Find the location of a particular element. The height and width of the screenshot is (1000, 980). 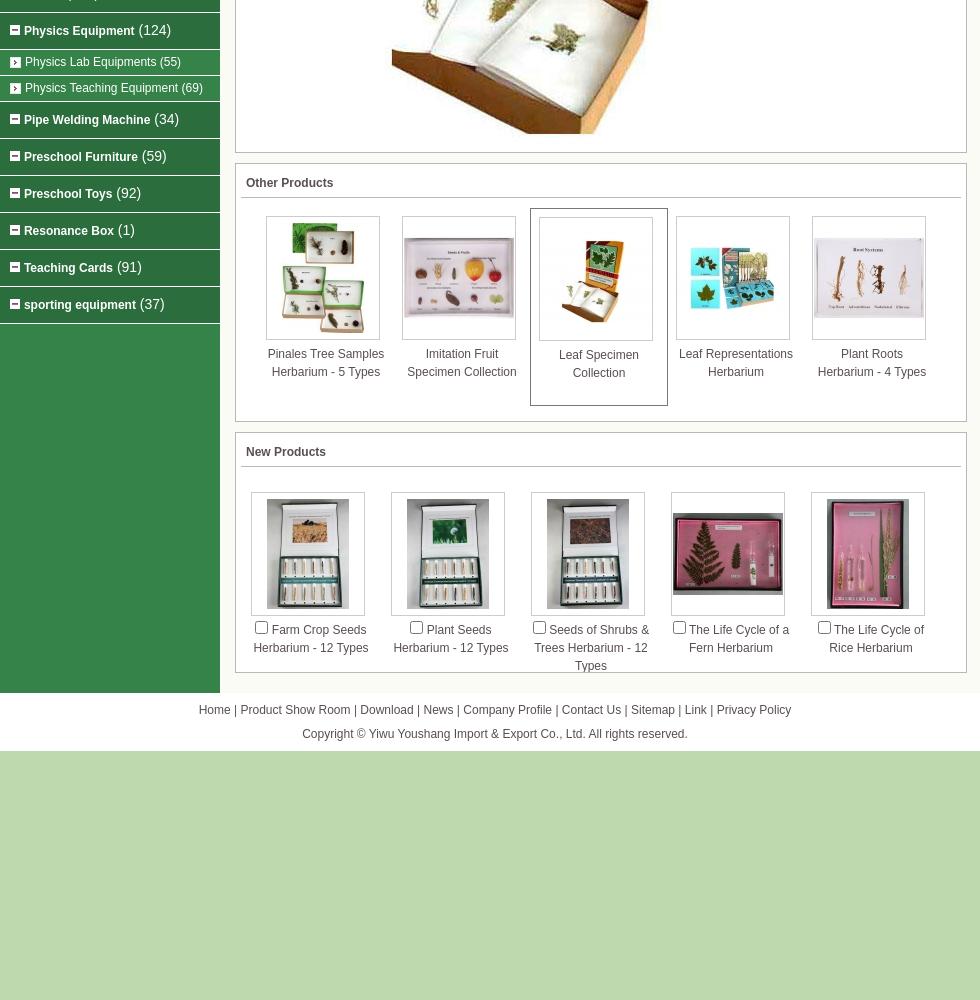

'(124)' is located at coordinates (133, 30).